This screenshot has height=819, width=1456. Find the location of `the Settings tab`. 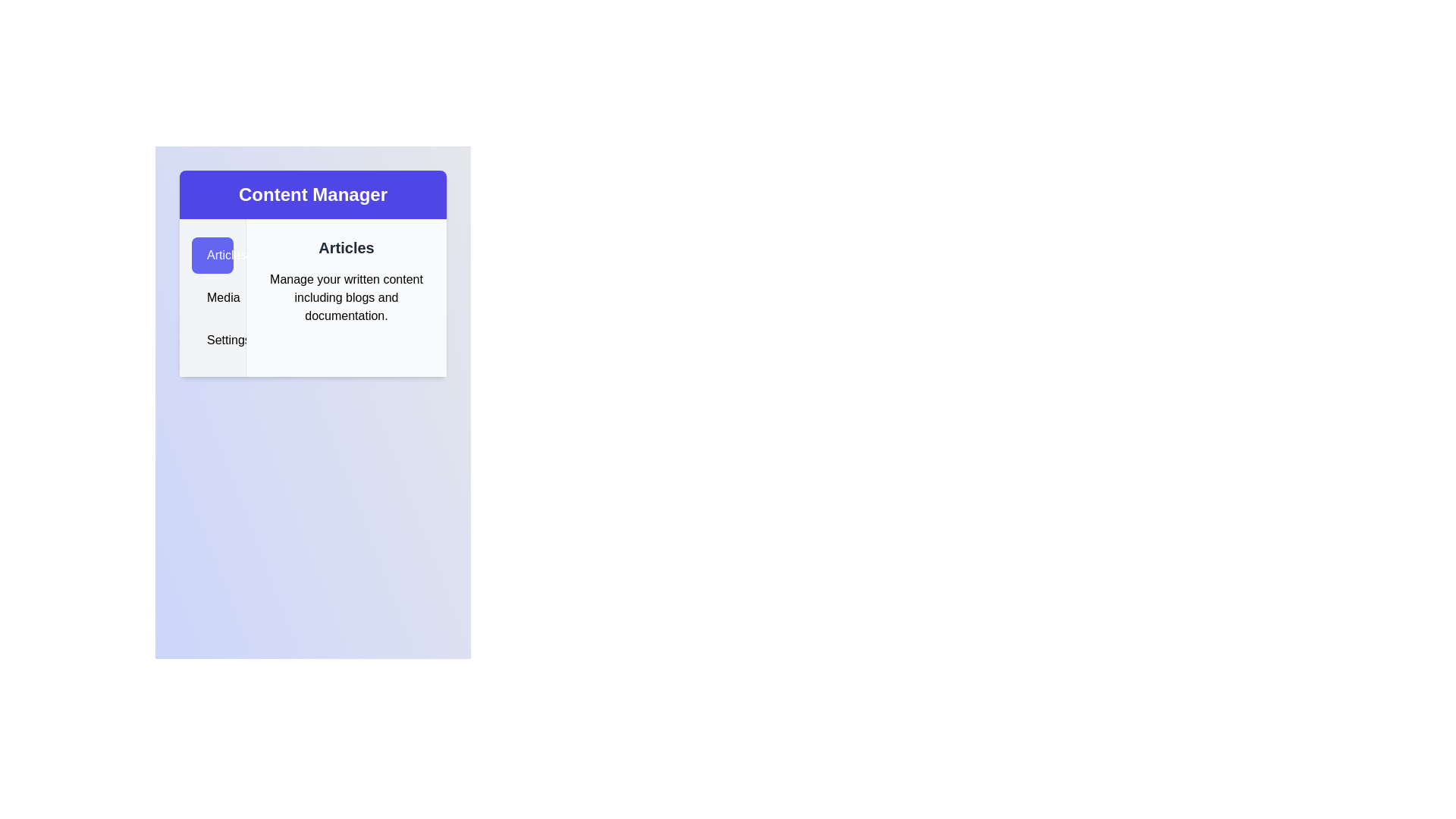

the Settings tab is located at coordinates (212, 339).